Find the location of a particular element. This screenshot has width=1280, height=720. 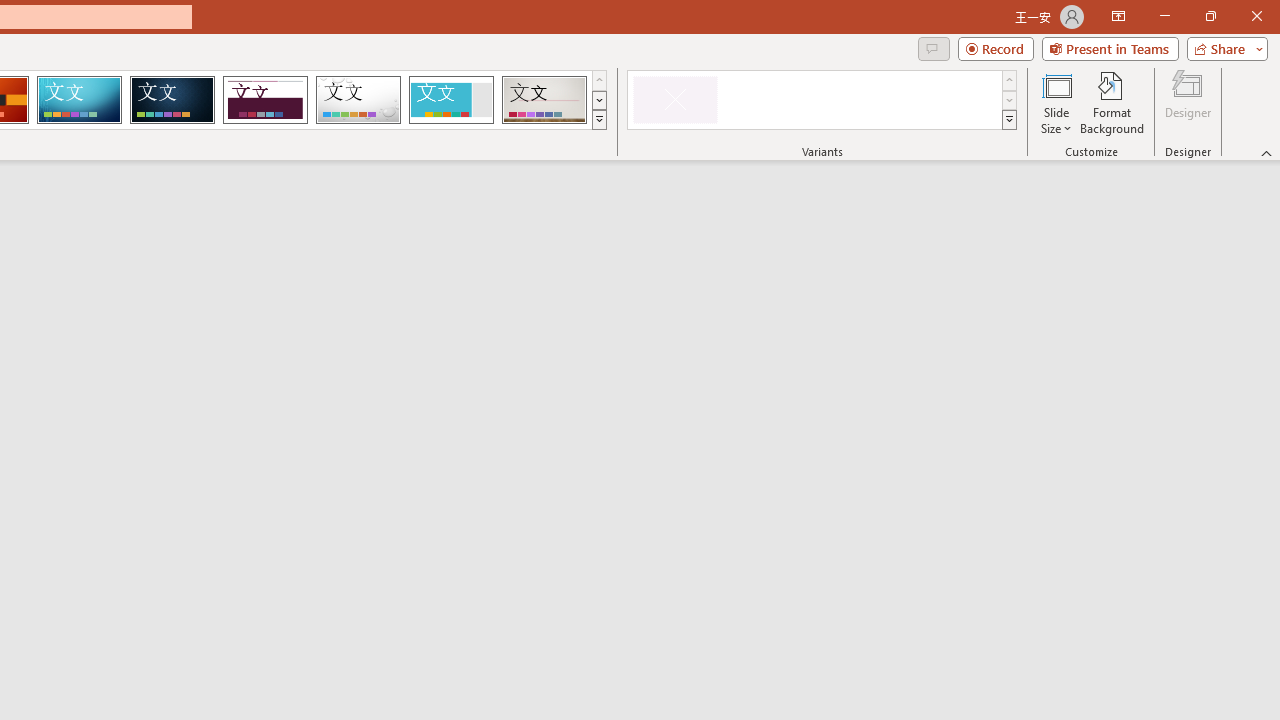

'Circuit Loading Preview...' is located at coordinates (79, 100).